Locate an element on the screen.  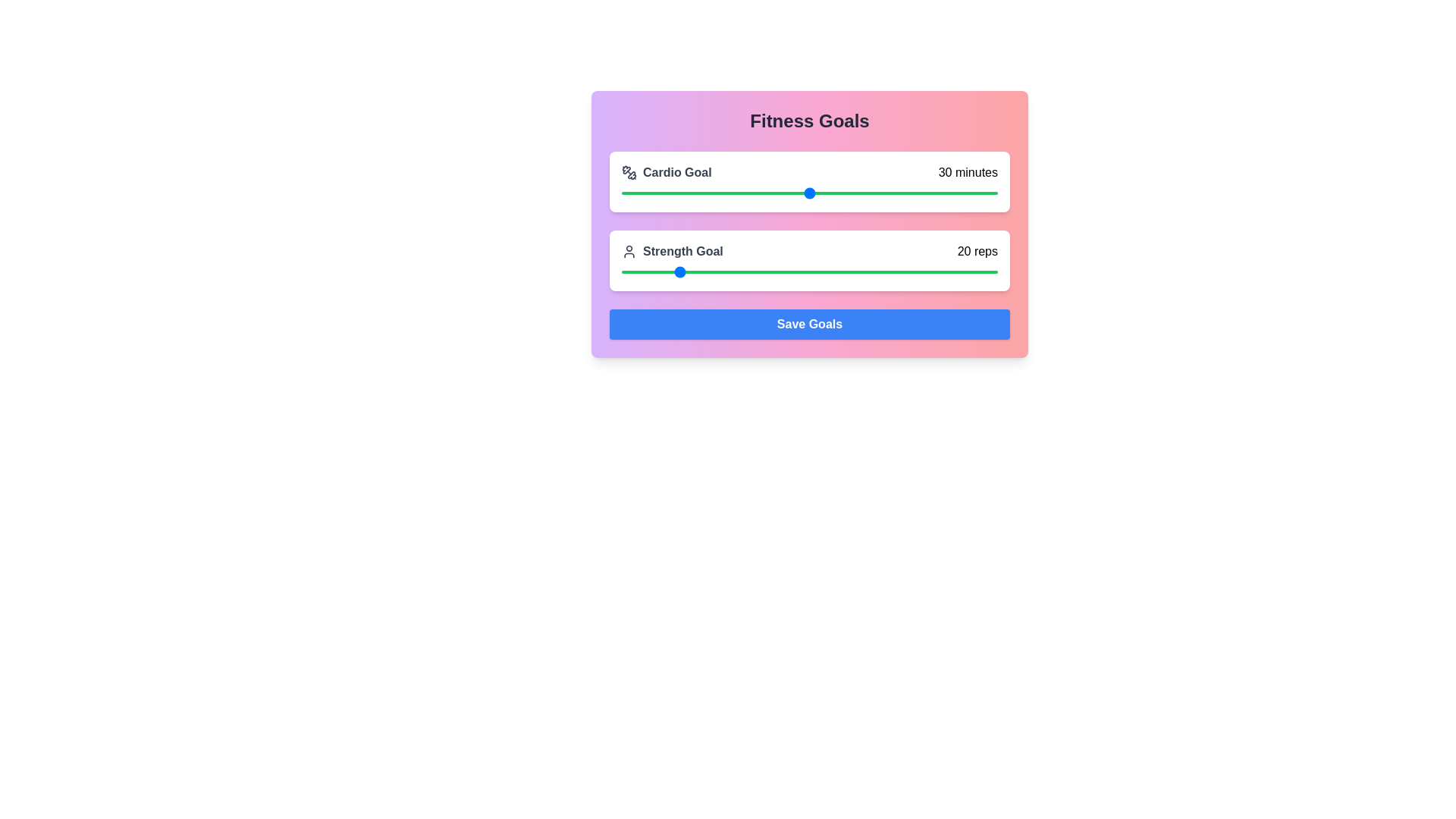
the cardio goal is located at coordinates (689, 192).